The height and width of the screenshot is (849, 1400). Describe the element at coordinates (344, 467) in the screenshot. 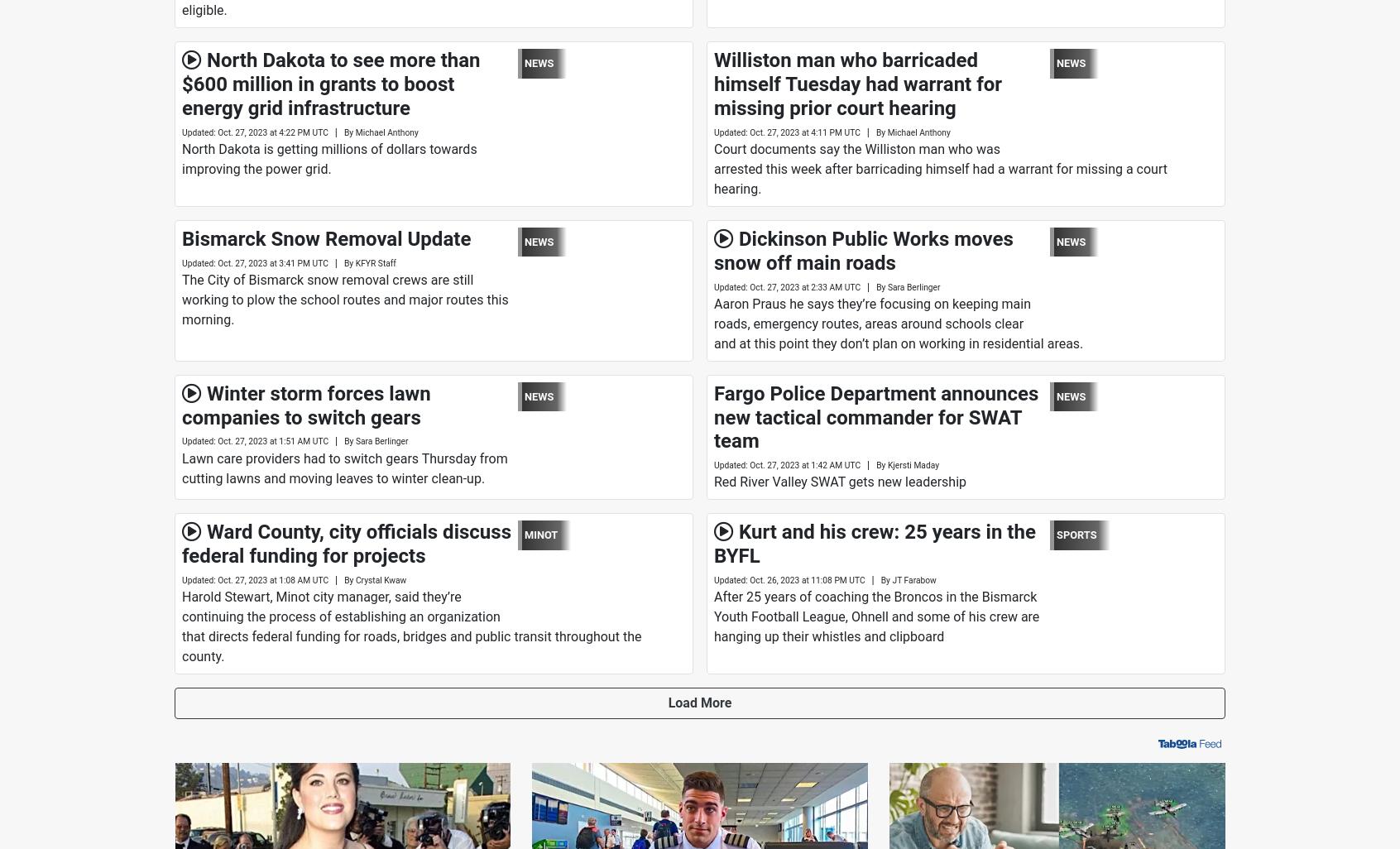

I see `'Lawn care providers had to switch gears Thursday from cutting lawns and moving leaves to winter clean-up.'` at that location.